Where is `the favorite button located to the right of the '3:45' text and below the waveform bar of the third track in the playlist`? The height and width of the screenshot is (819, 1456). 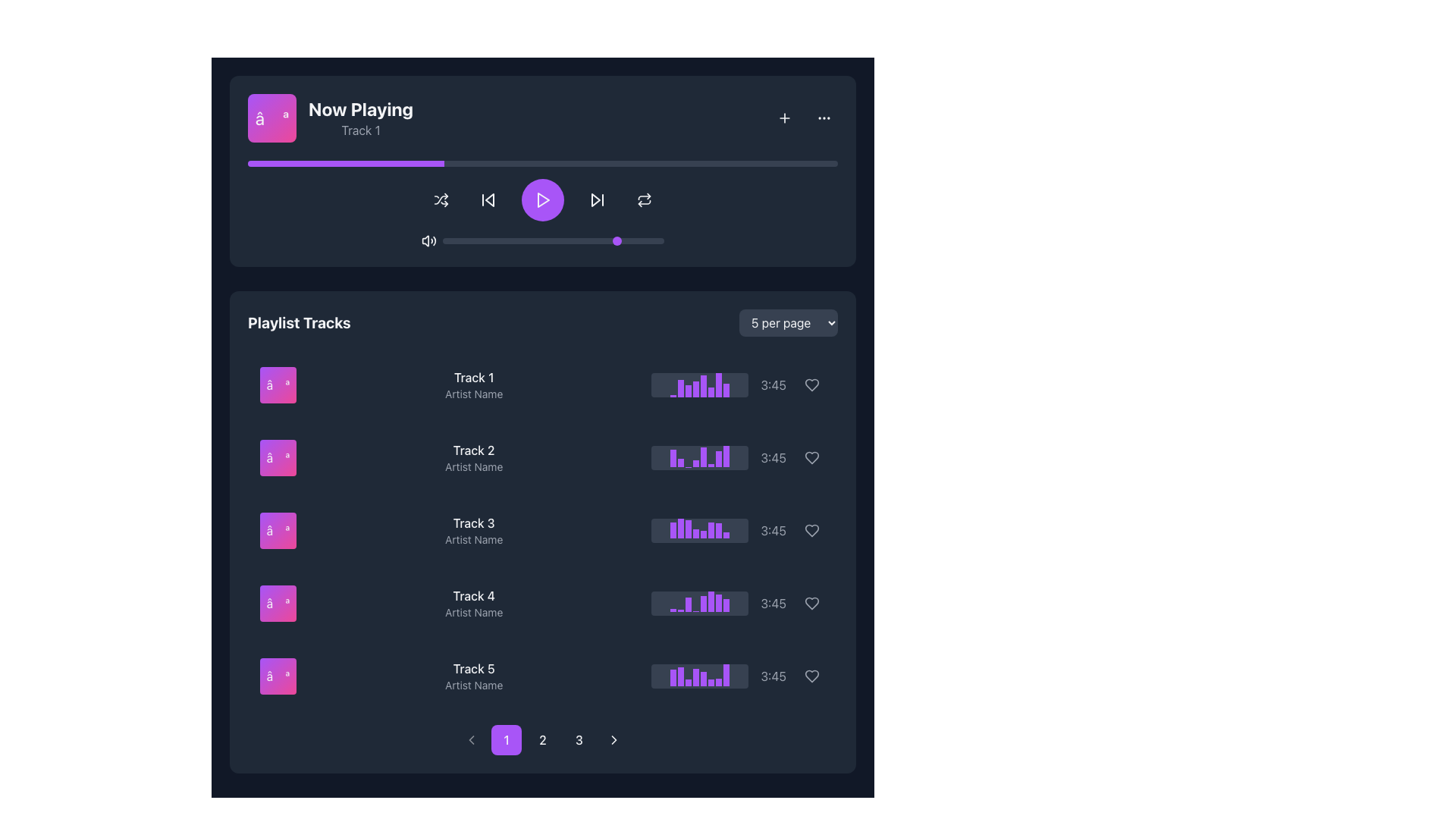
the favorite button located to the right of the '3:45' text and below the waveform bar of the third track in the playlist is located at coordinates (811, 529).